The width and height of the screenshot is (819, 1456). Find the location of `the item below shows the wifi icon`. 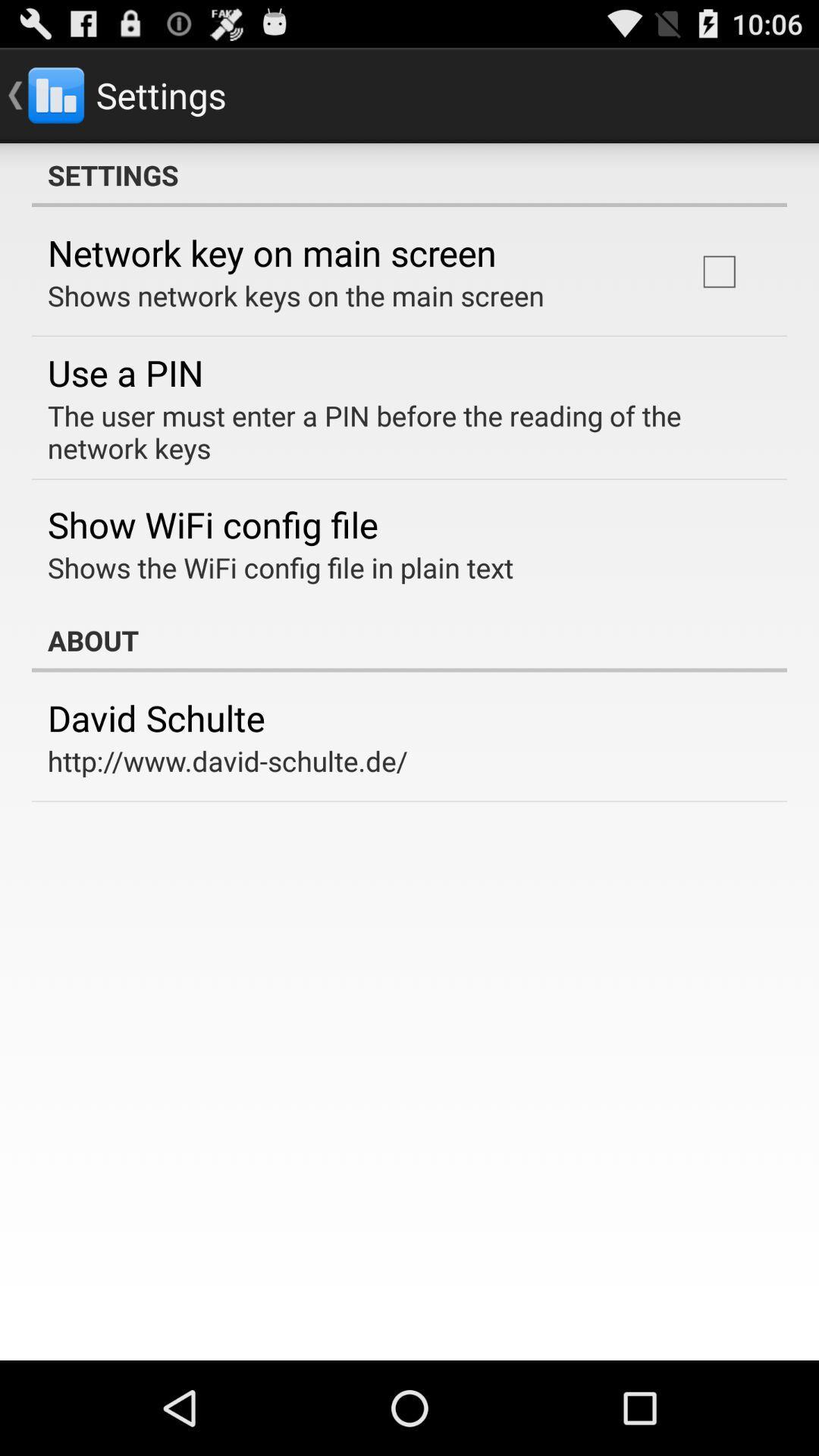

the item below shows the wifi icon is located at coordinates (409, 640).